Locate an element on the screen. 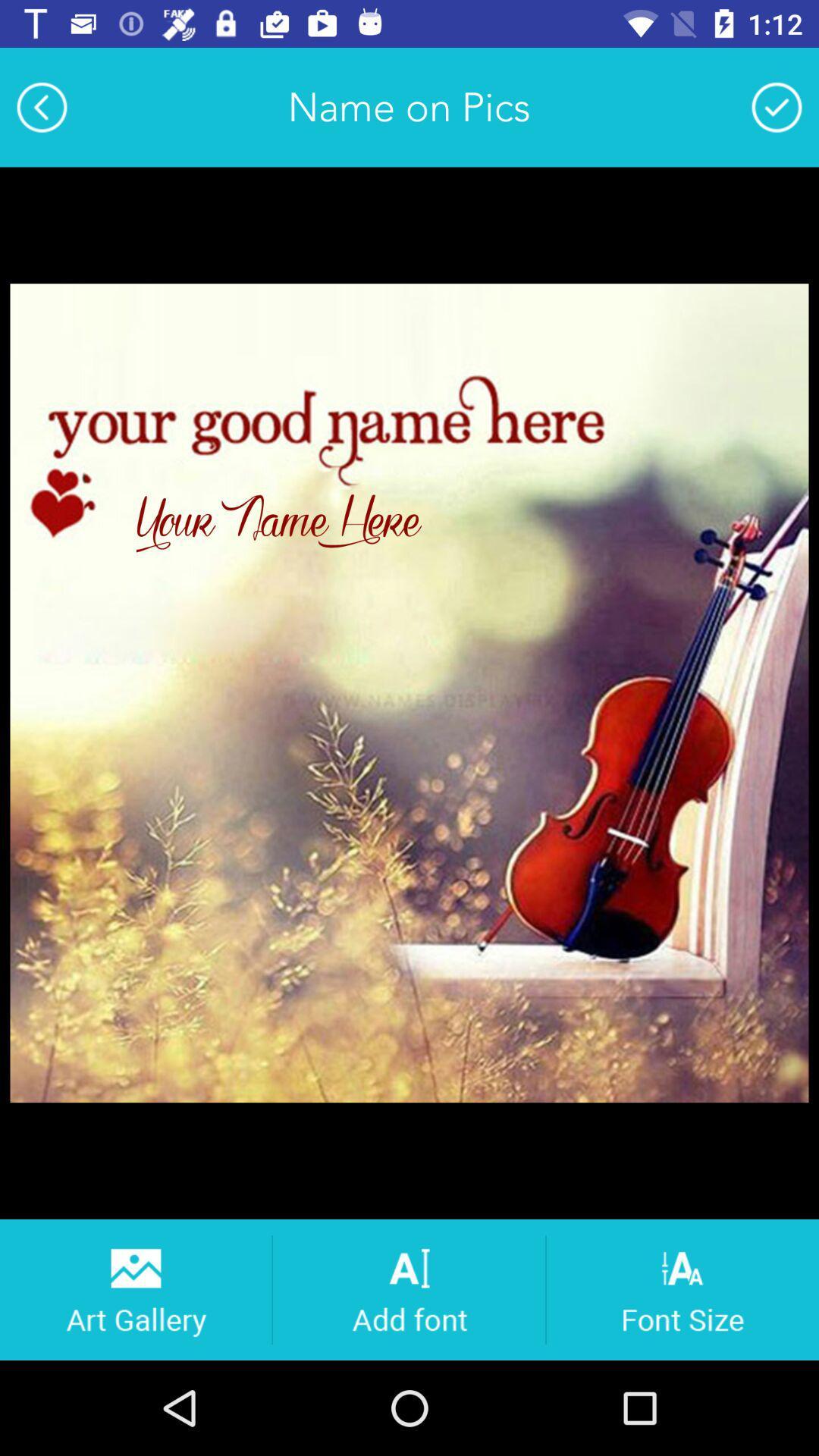 This screenshot has height=1456, width=819. go back is located at coordinates (41, 106).